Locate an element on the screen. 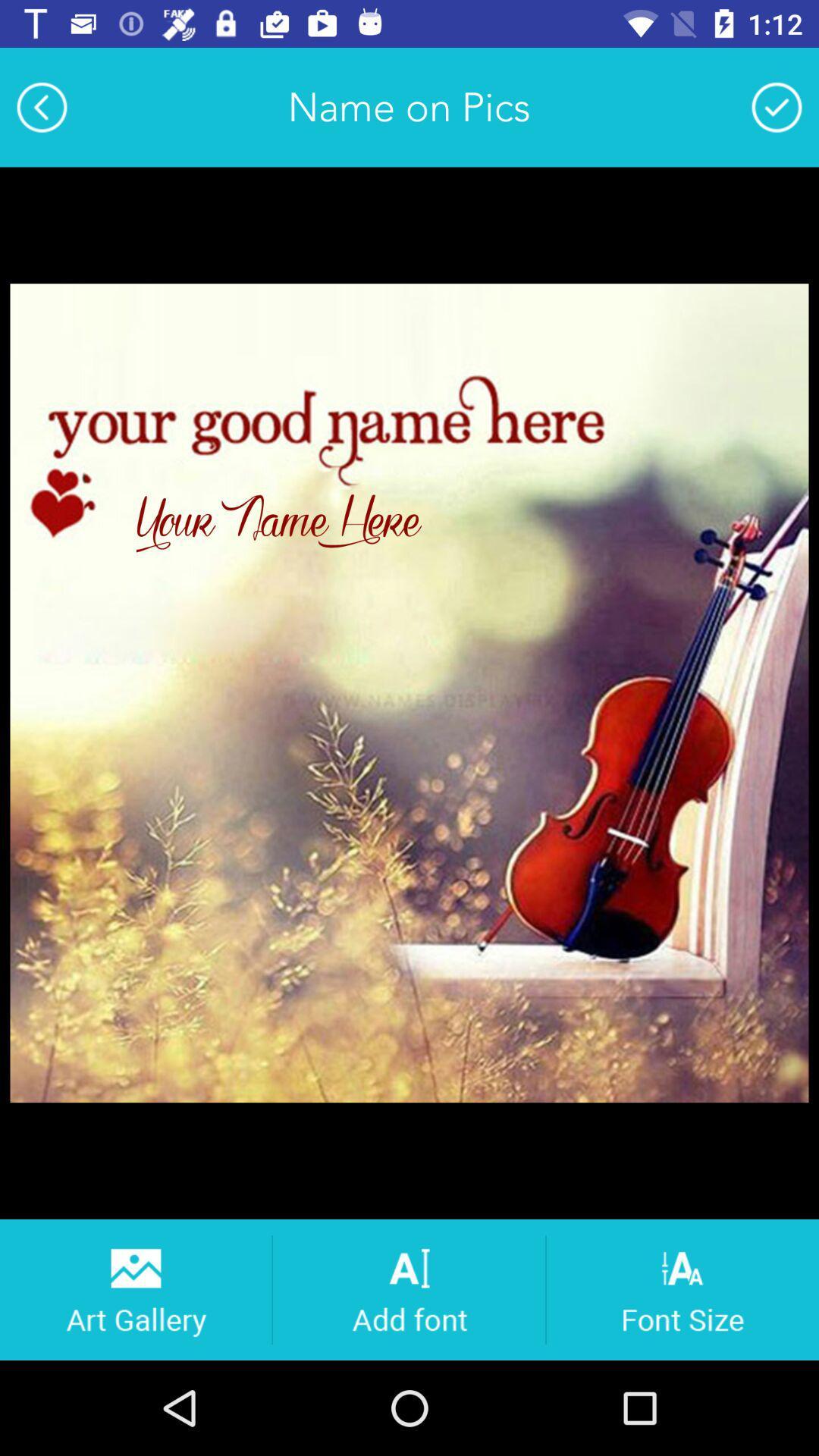 This screenshot has height=1456, width=819. go back is located at coordinates (41, 106).